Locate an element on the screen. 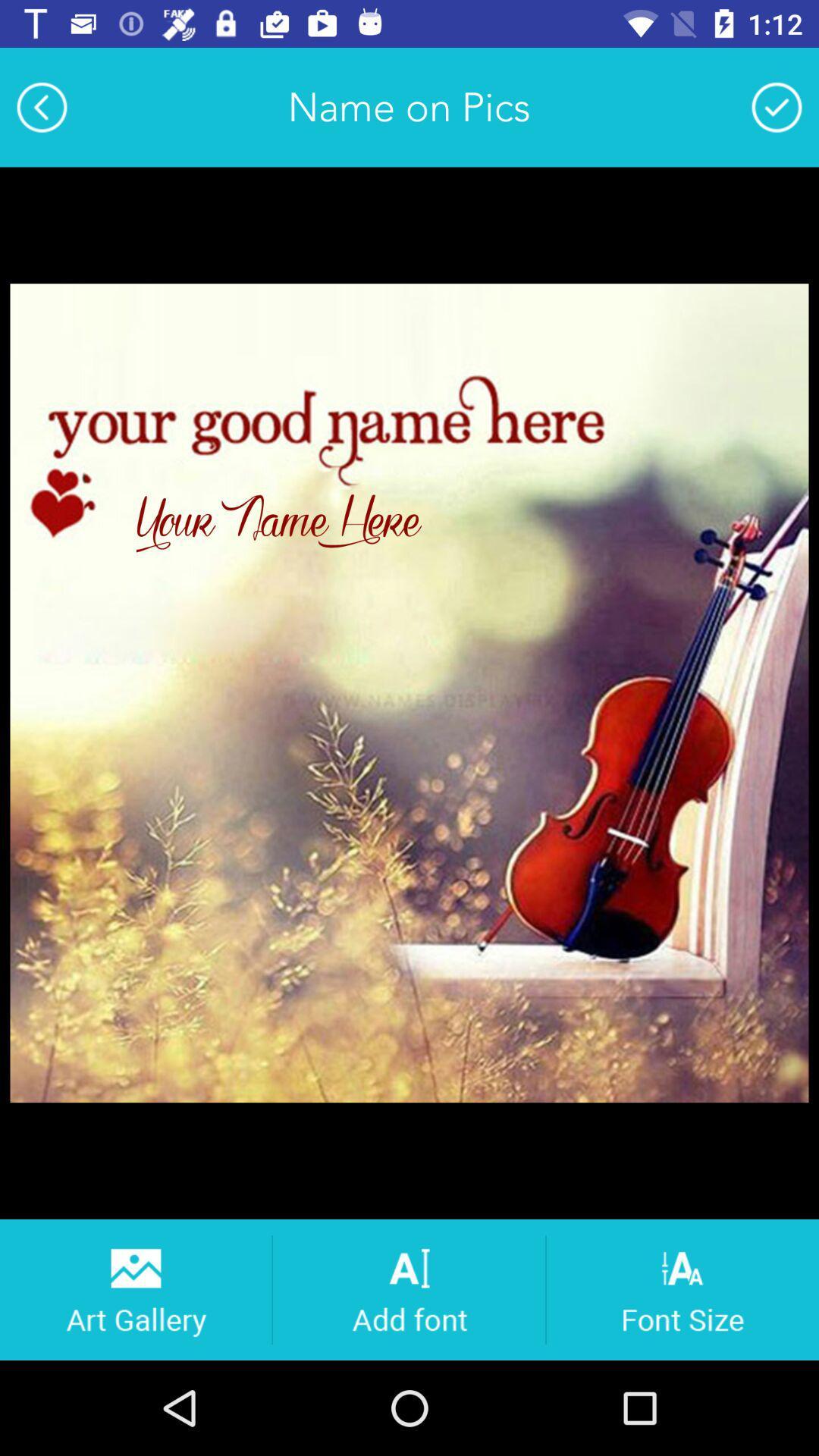 This screenshot has height=1456, width=819. go back is located at coordinates (41, 106).